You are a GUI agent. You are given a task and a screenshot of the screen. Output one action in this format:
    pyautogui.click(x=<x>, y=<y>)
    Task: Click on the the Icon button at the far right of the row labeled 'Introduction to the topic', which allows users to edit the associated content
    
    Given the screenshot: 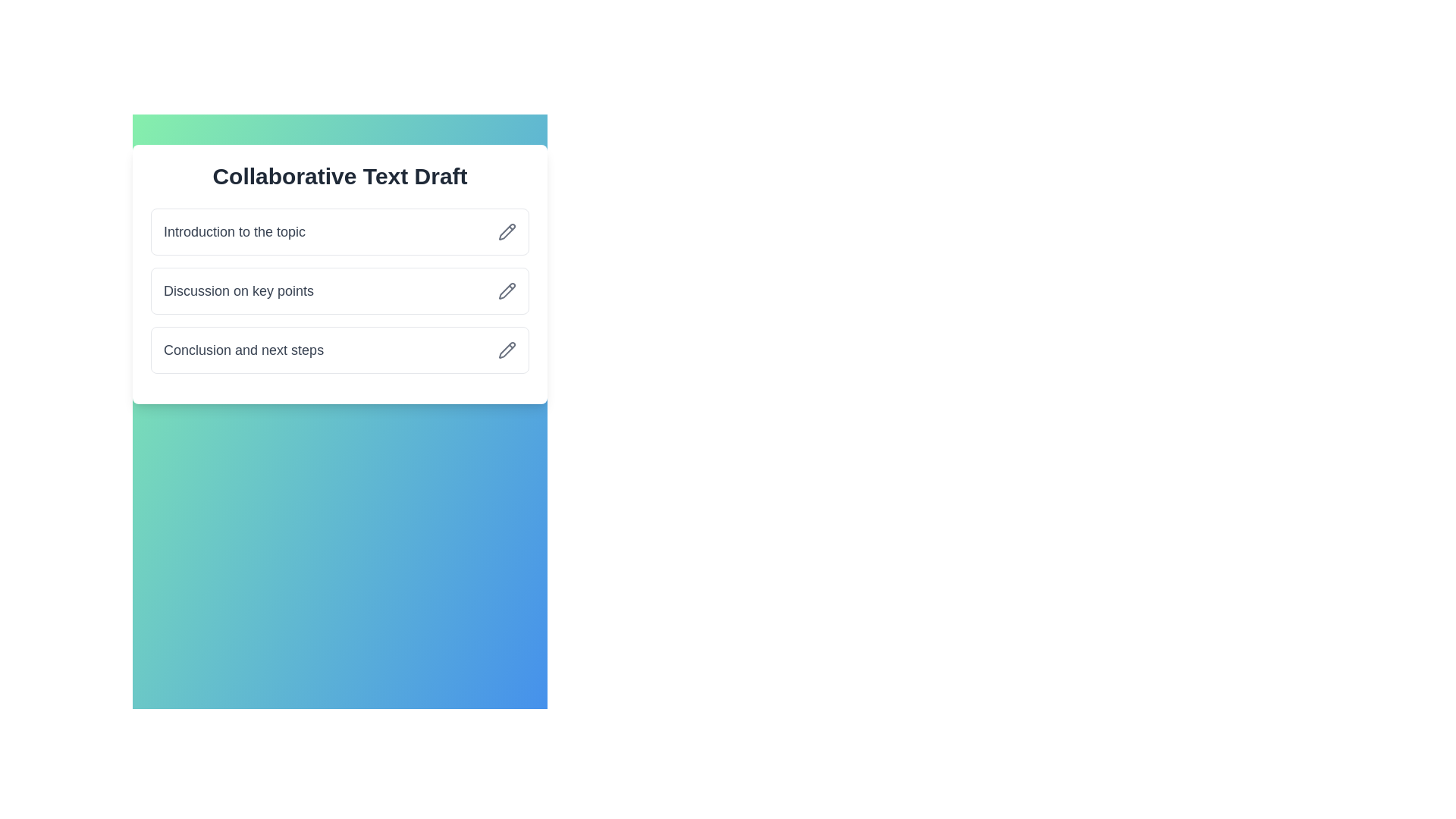 What is the action you would take?
    pyautogui.click(x=507, y=231)
    